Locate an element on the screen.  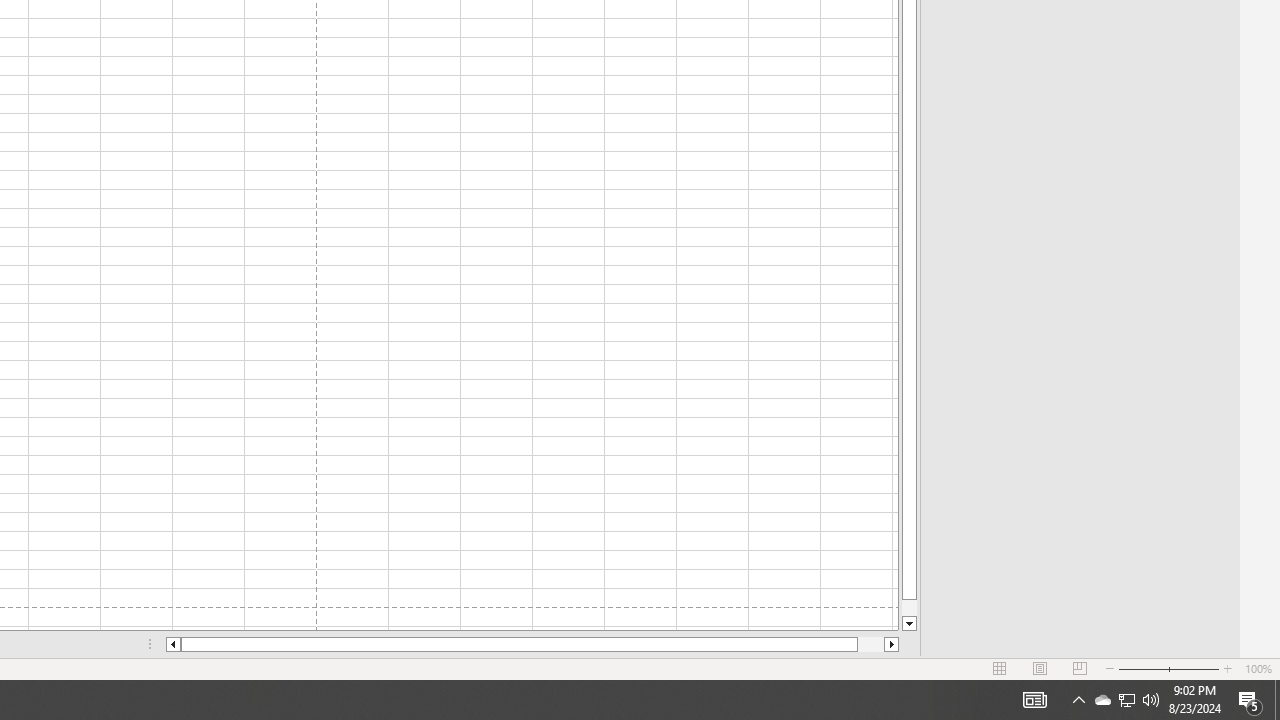
'Column right' is located at coordinates (891, 644).